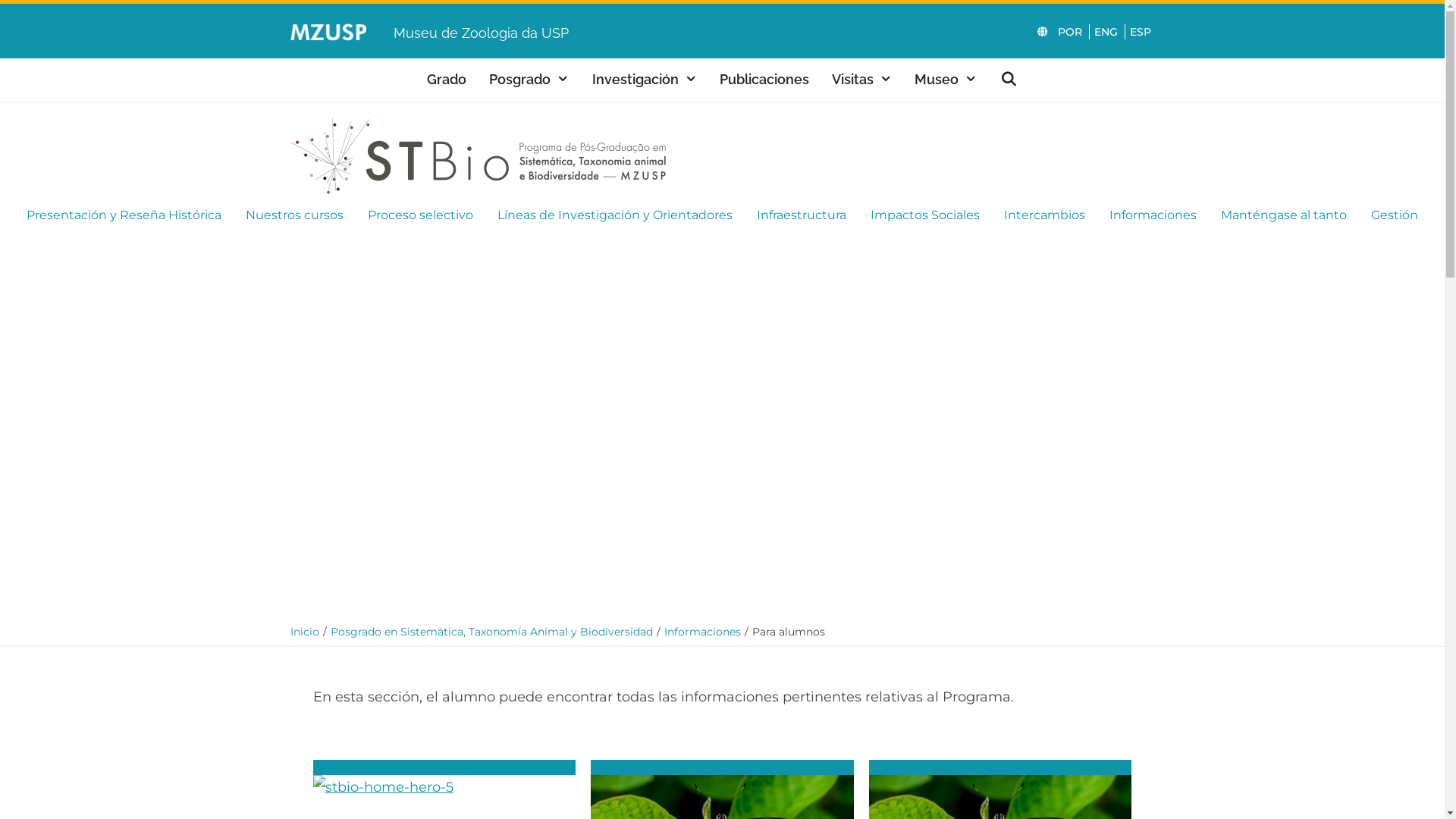  Describe the element at coordinates (800, 215) in the screenshot. I see `'Infraestructura'` at that location.